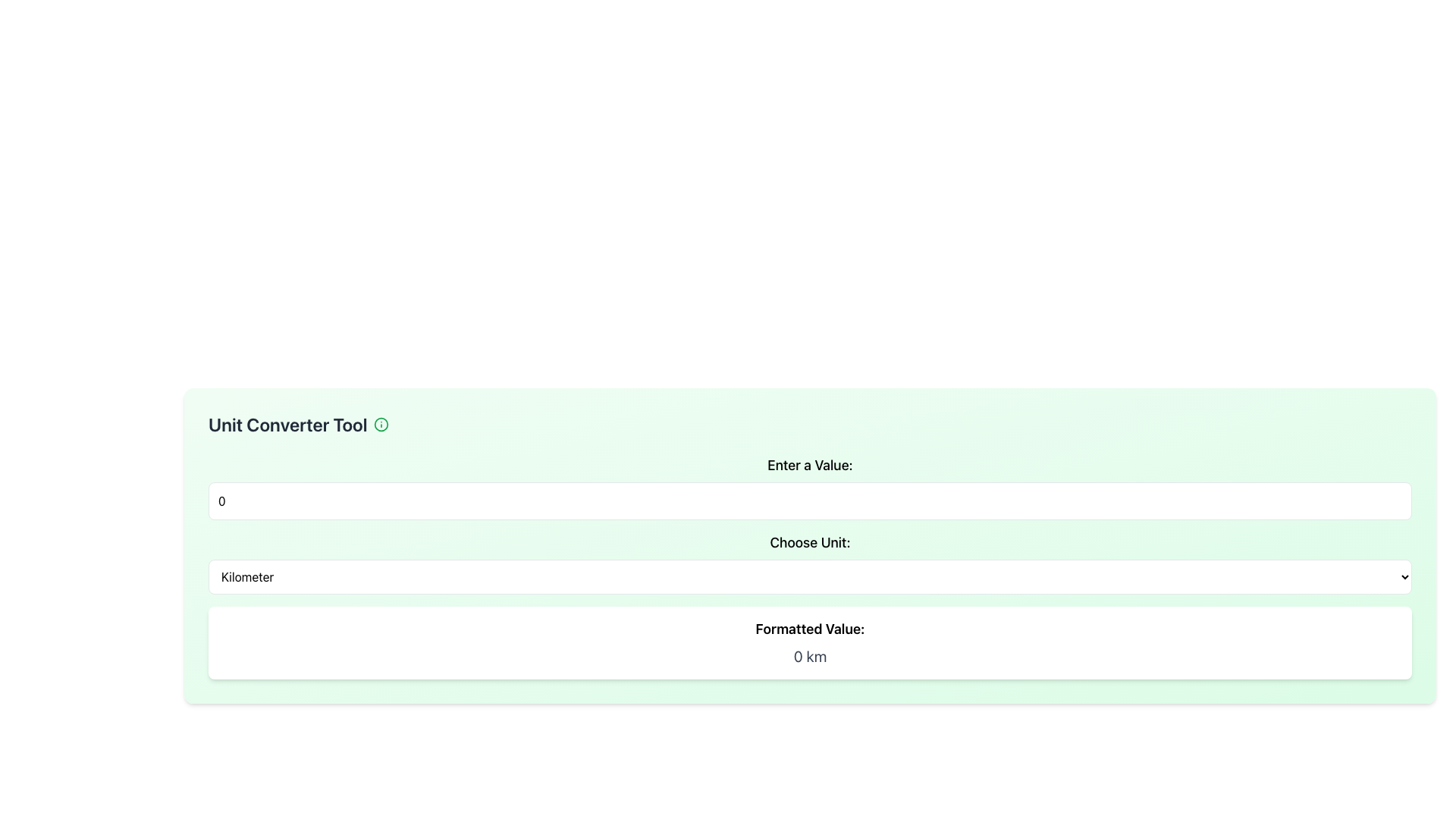 This screenshot has height=819, width=1456. What do you see at coordinates (381, 424) in the screenshot?
I see `the information icon located to the right of the 'Unit Converter Tool' text in the header section` at bounding box center [381, 424].